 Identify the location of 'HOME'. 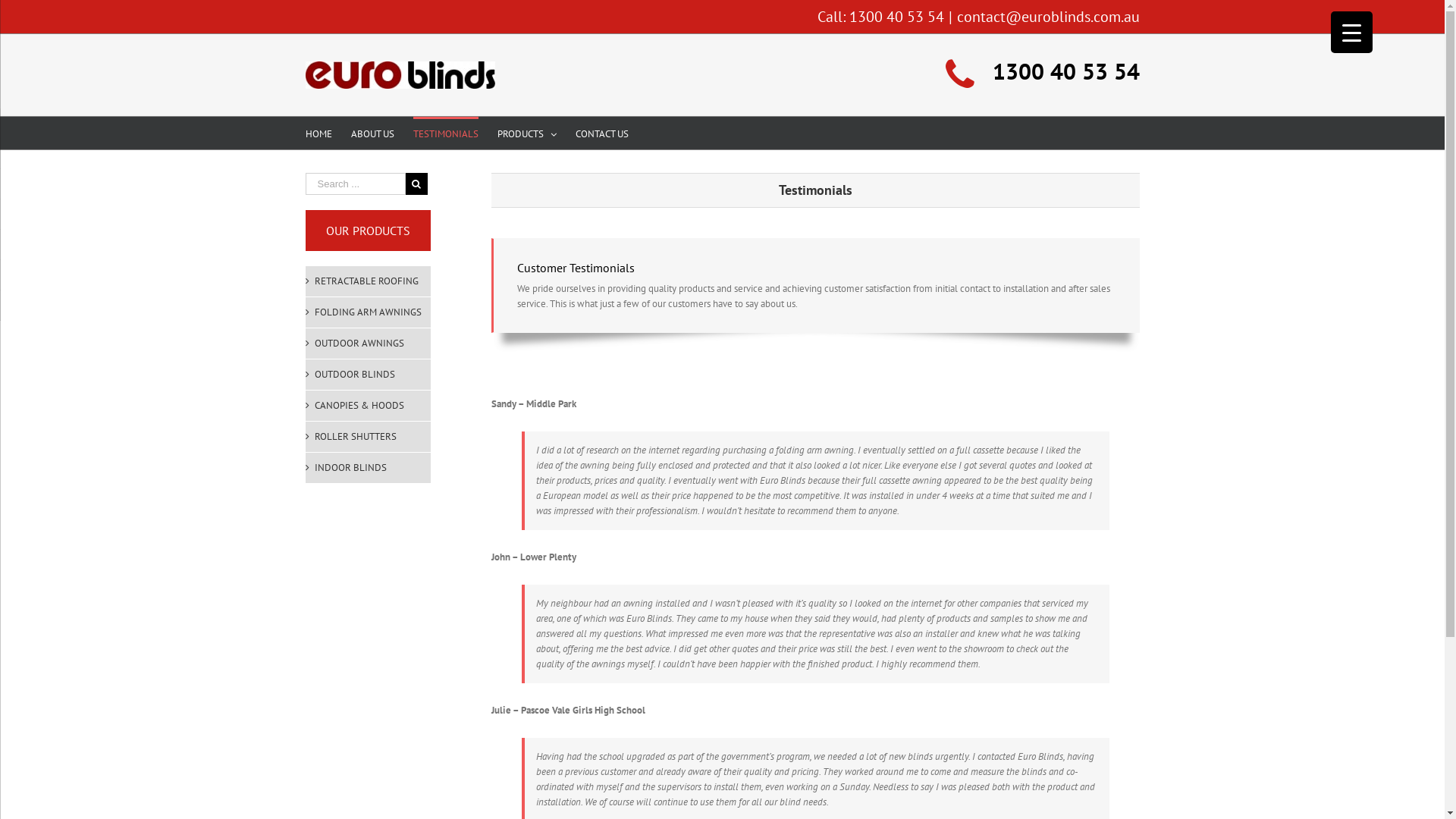
(317, 132).